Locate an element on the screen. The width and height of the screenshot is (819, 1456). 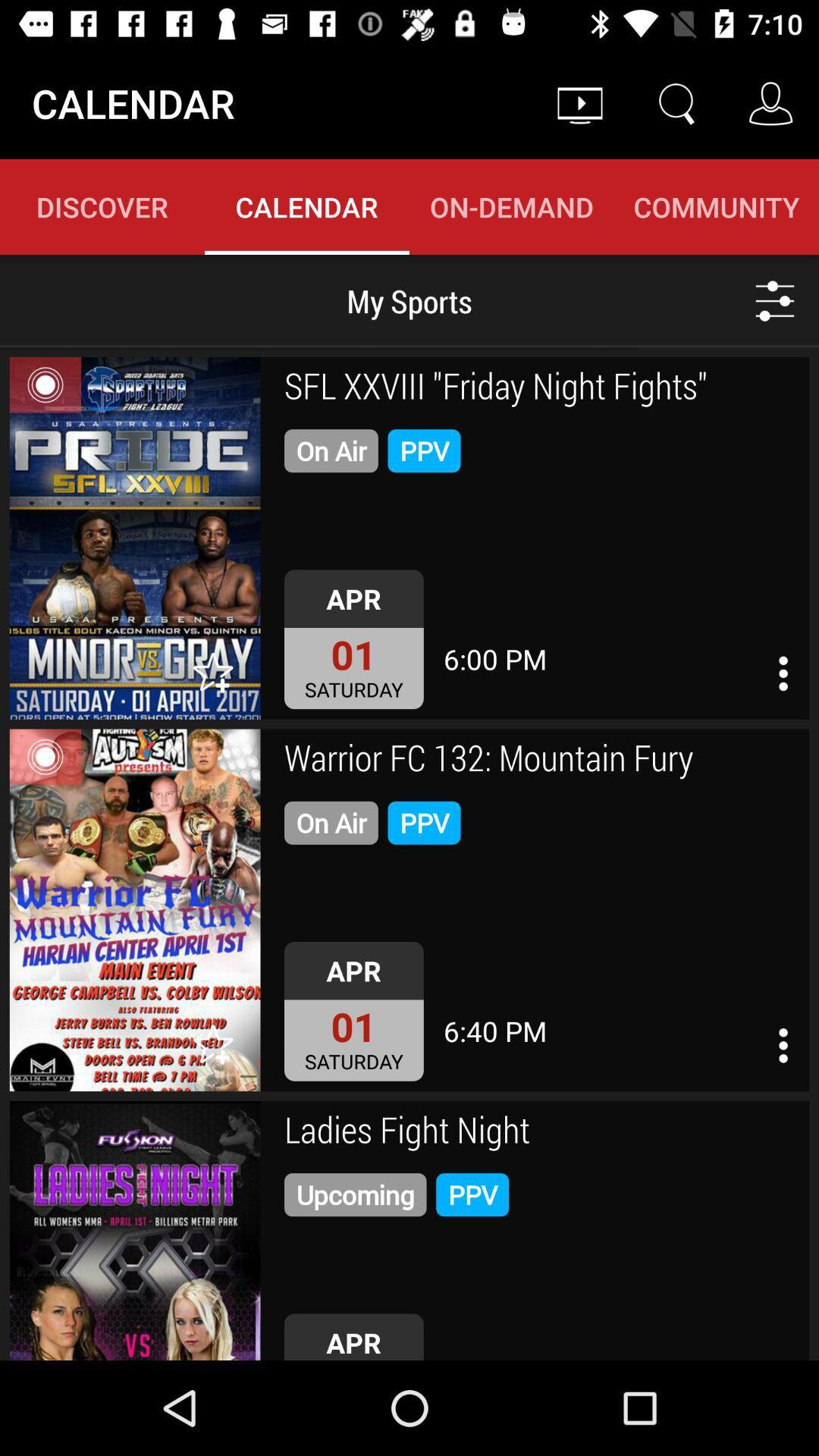
see details is located at coordinates (783, 673).